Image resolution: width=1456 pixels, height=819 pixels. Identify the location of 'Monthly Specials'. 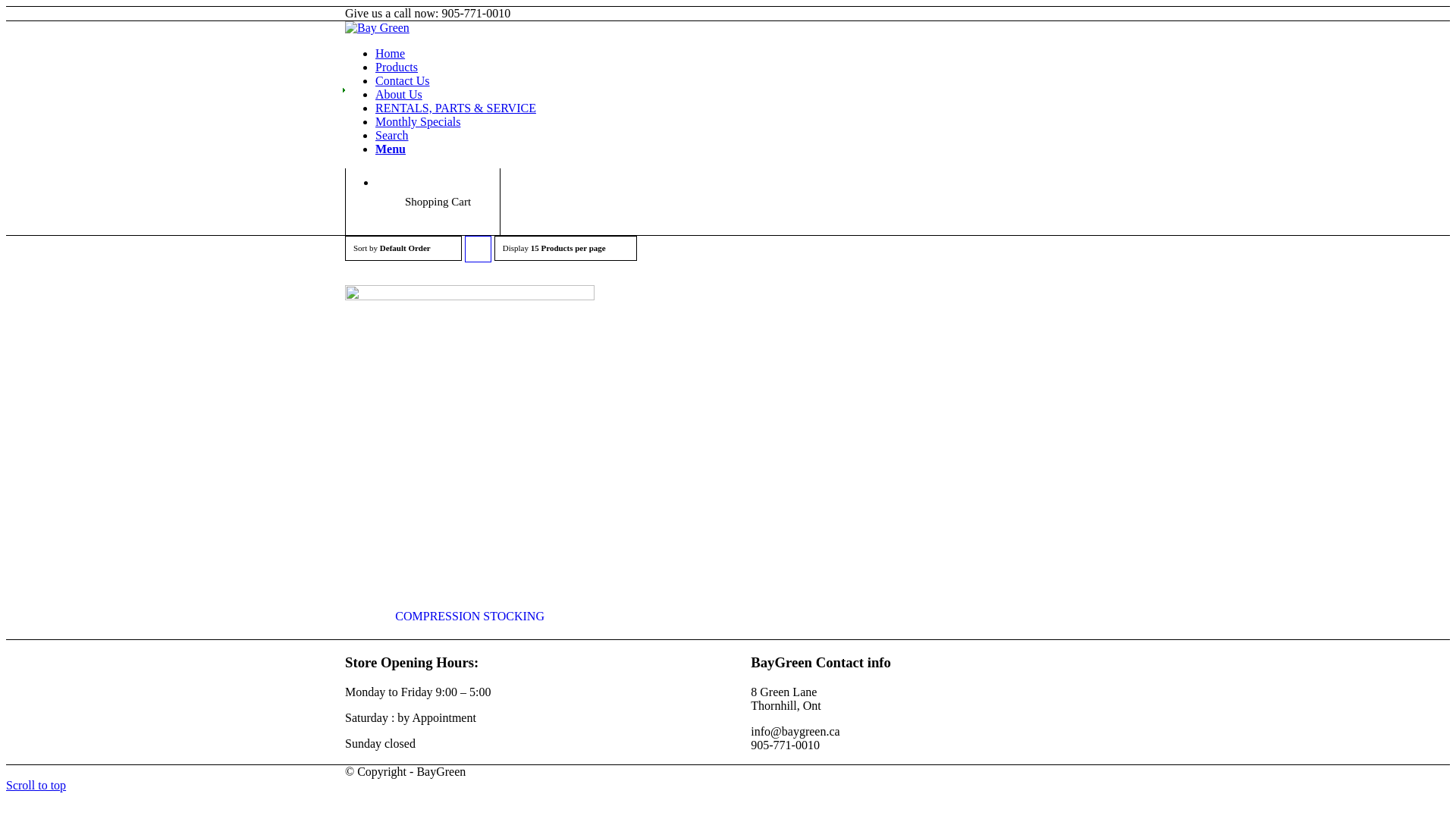
(375, 121).